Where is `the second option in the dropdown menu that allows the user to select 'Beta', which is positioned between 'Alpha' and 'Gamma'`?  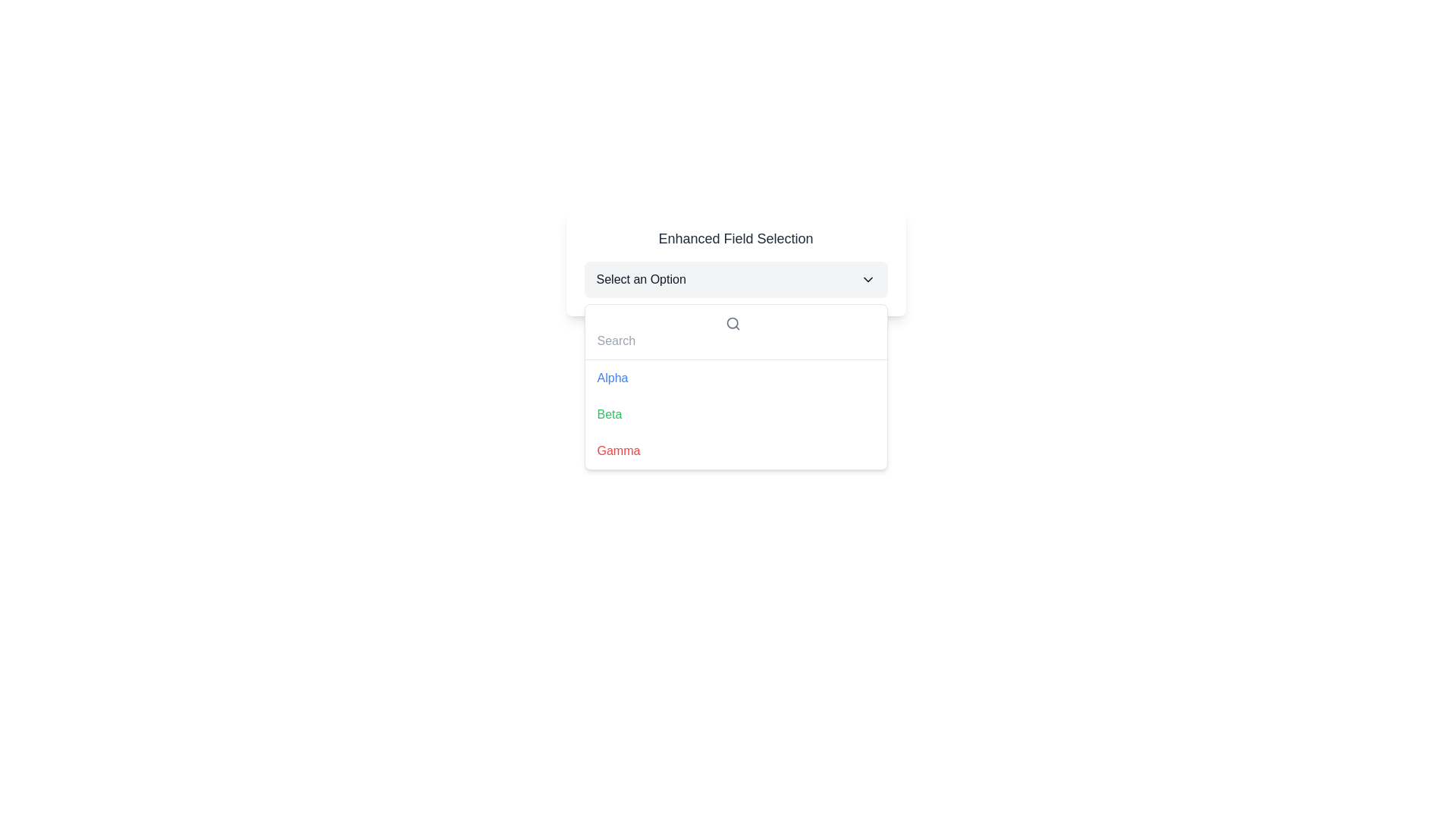
the second option in the dropdown menu that allows the user to select 'Beta', which is positioned between 'Alpha' and 'Gamma' is located at coordinates (609, 415).